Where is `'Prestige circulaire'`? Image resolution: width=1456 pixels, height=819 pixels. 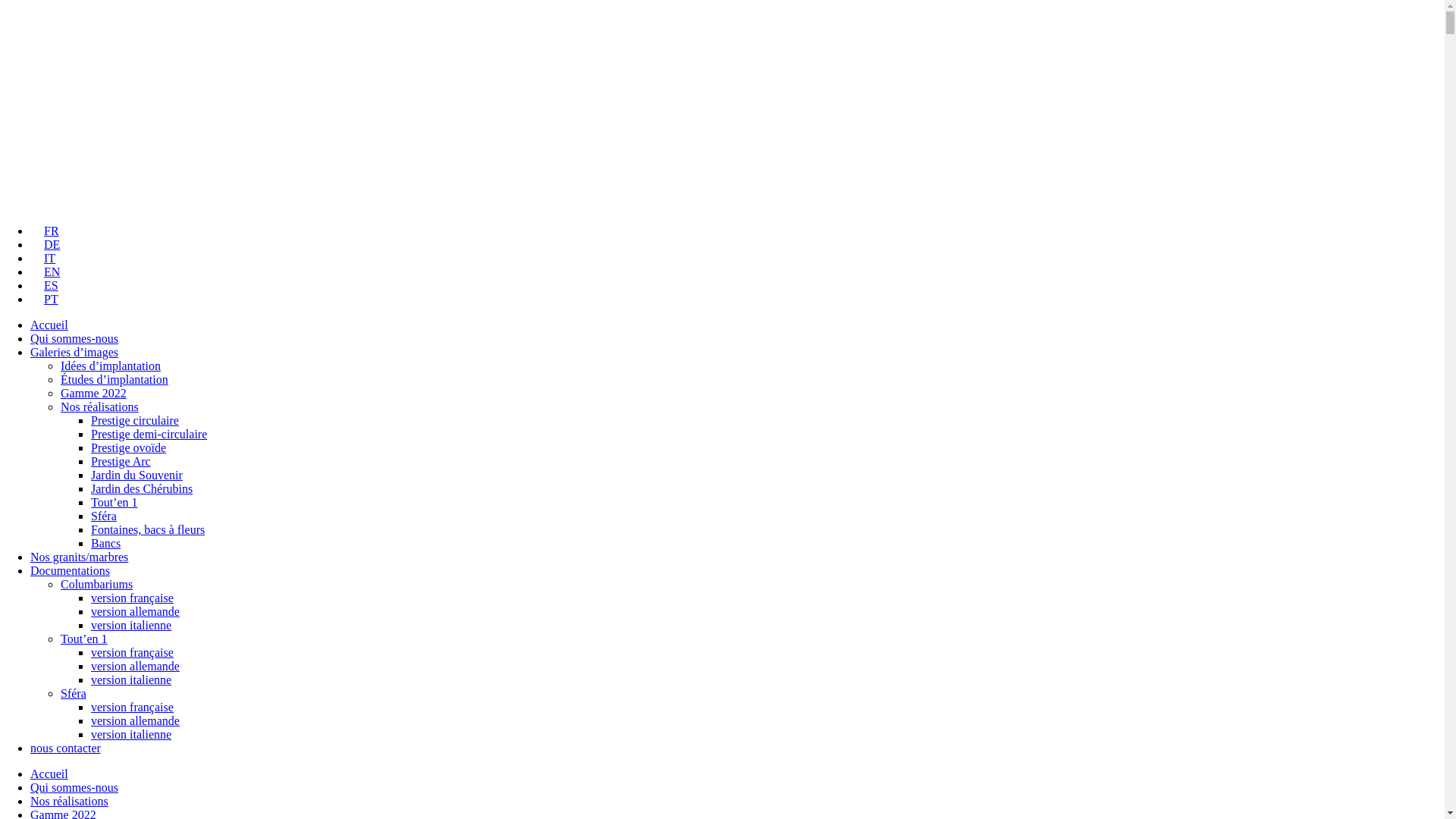 'Prestige circulaire' is located at coordinates (90, 420).